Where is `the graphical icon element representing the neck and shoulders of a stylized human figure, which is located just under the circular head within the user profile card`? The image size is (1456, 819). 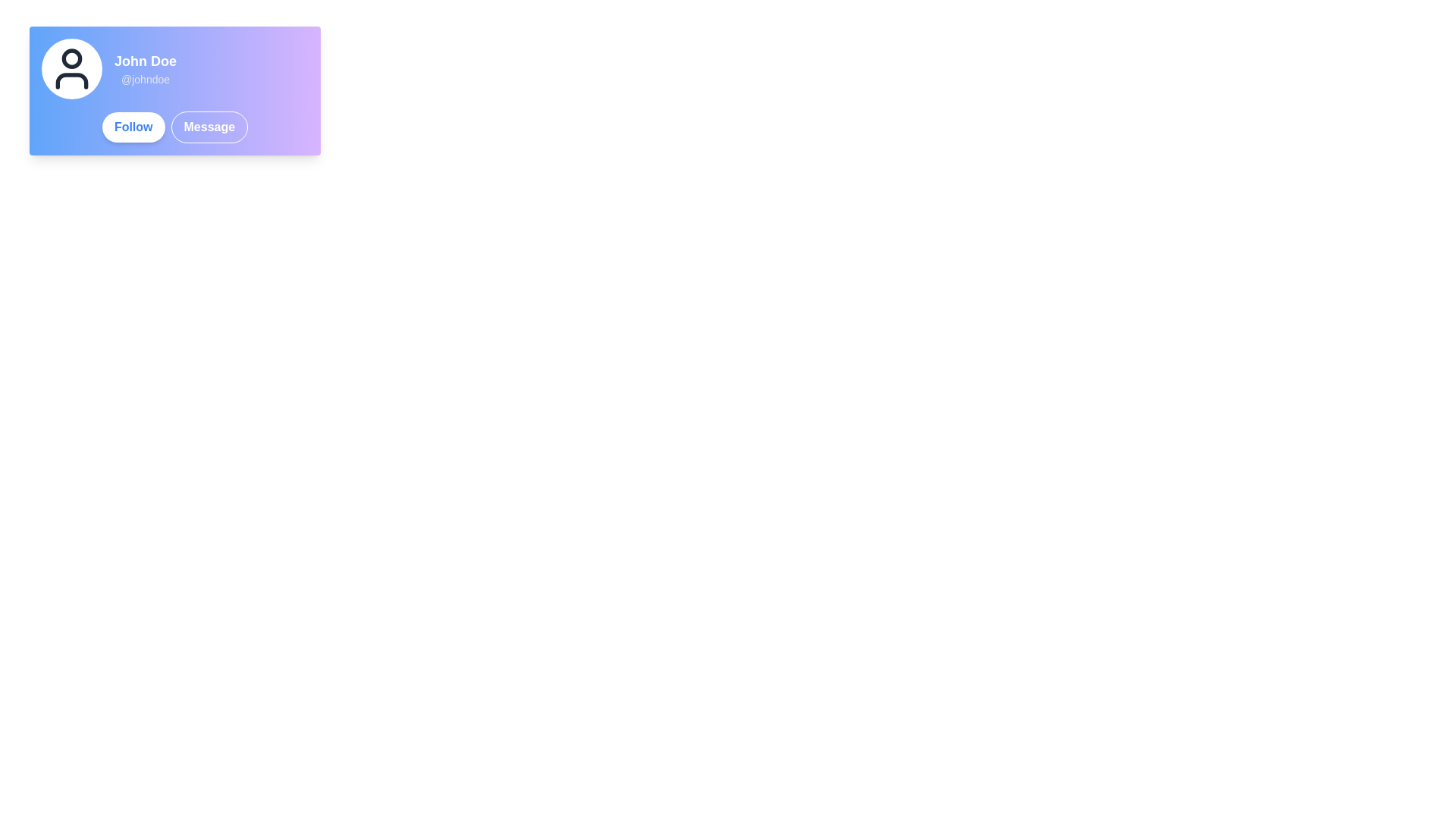
the graphical icon element representing the neck and shoulders of a stylized human figure, which is located just under the circular head within the user profile card is located at coordinates (71, 81).